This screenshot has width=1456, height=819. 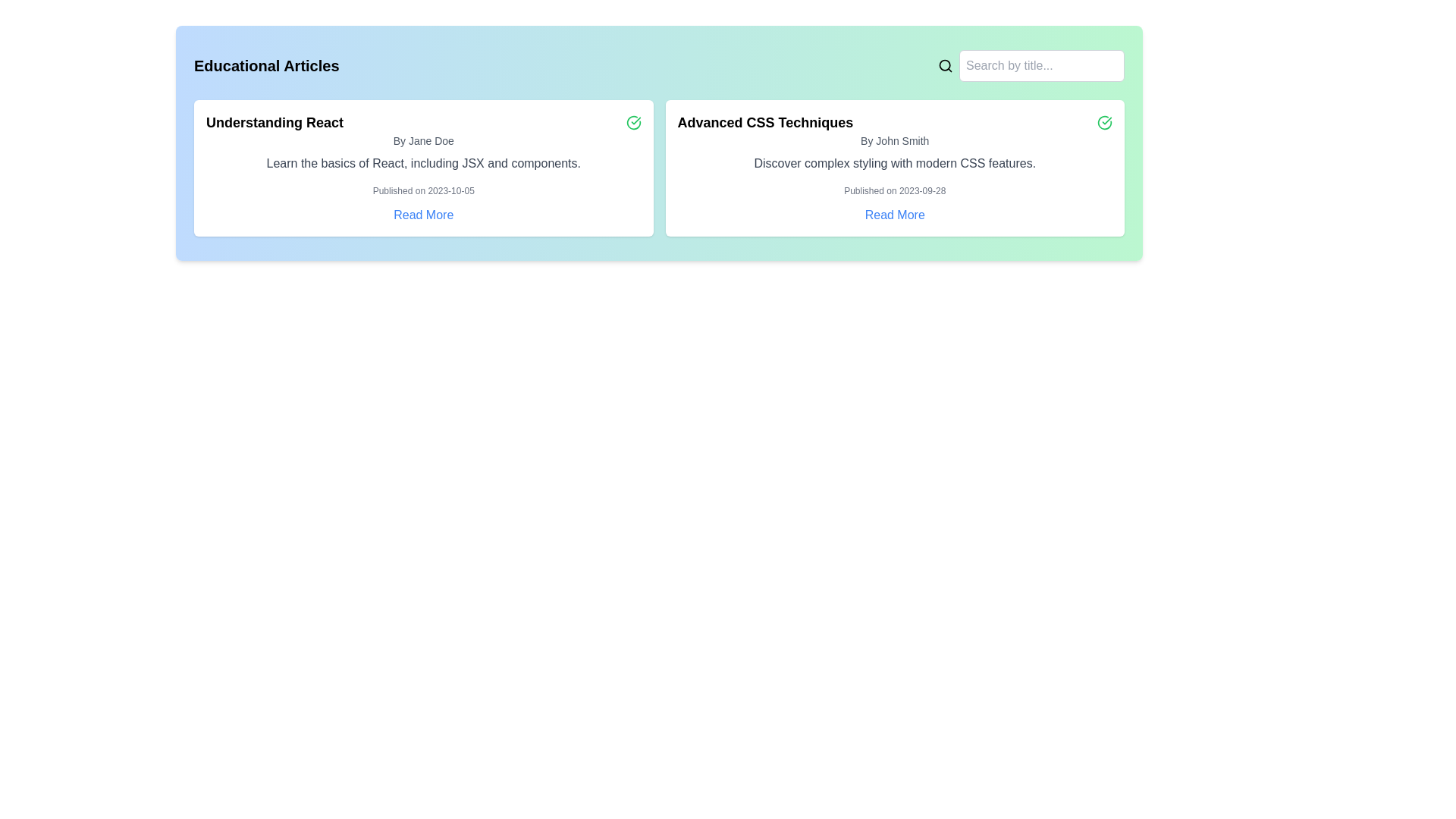 What do you see at coordinates (895, 190) in the screenshot?
I see `the static text display that indicates the publication date of the article 'Advanced CSS Techniques', which is located just above the 'Read More' link` at bounding box center [895, 190].